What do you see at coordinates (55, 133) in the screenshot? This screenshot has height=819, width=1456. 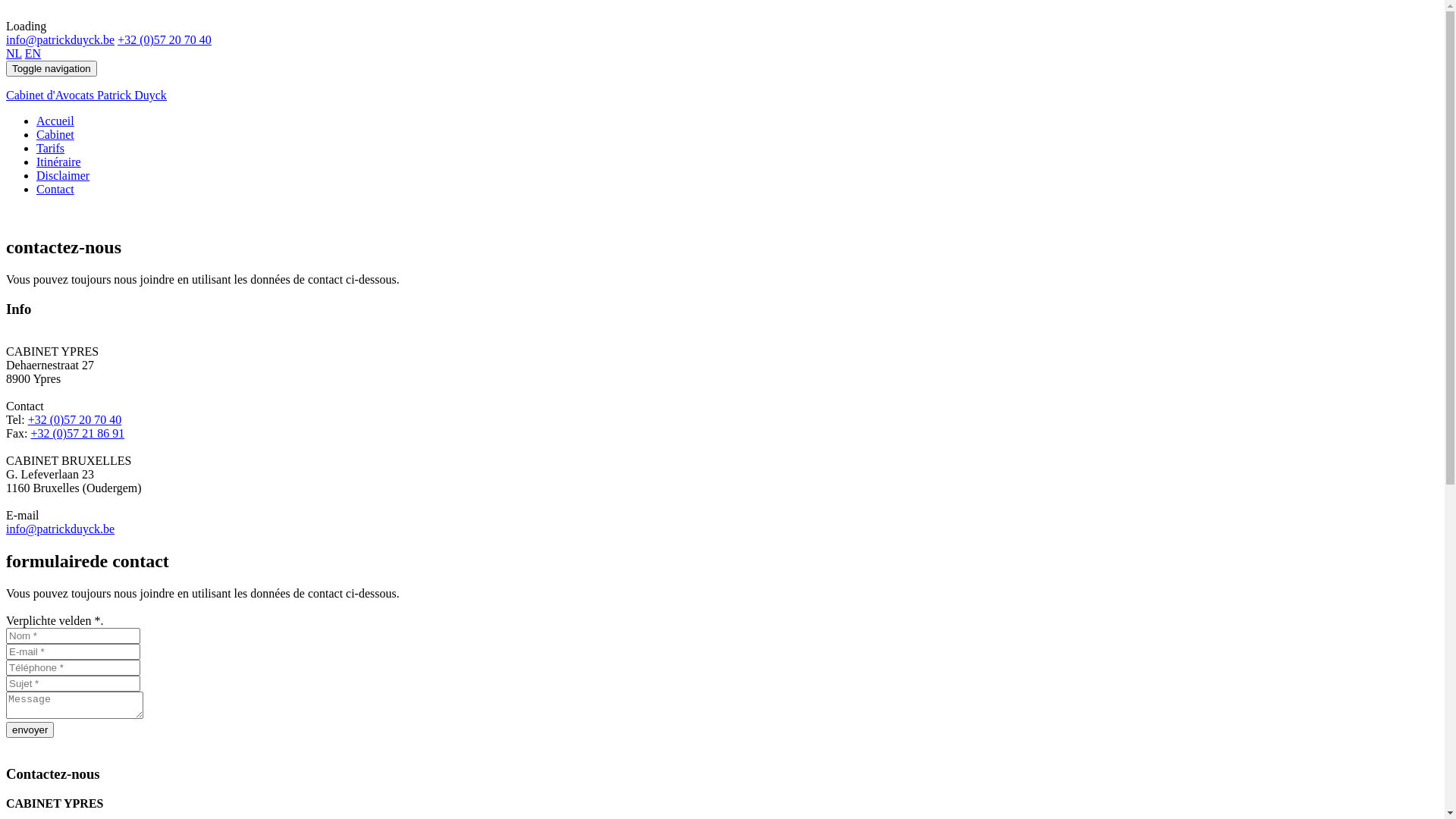 I see `'Cabinet'` at bounding box center [55, 133].